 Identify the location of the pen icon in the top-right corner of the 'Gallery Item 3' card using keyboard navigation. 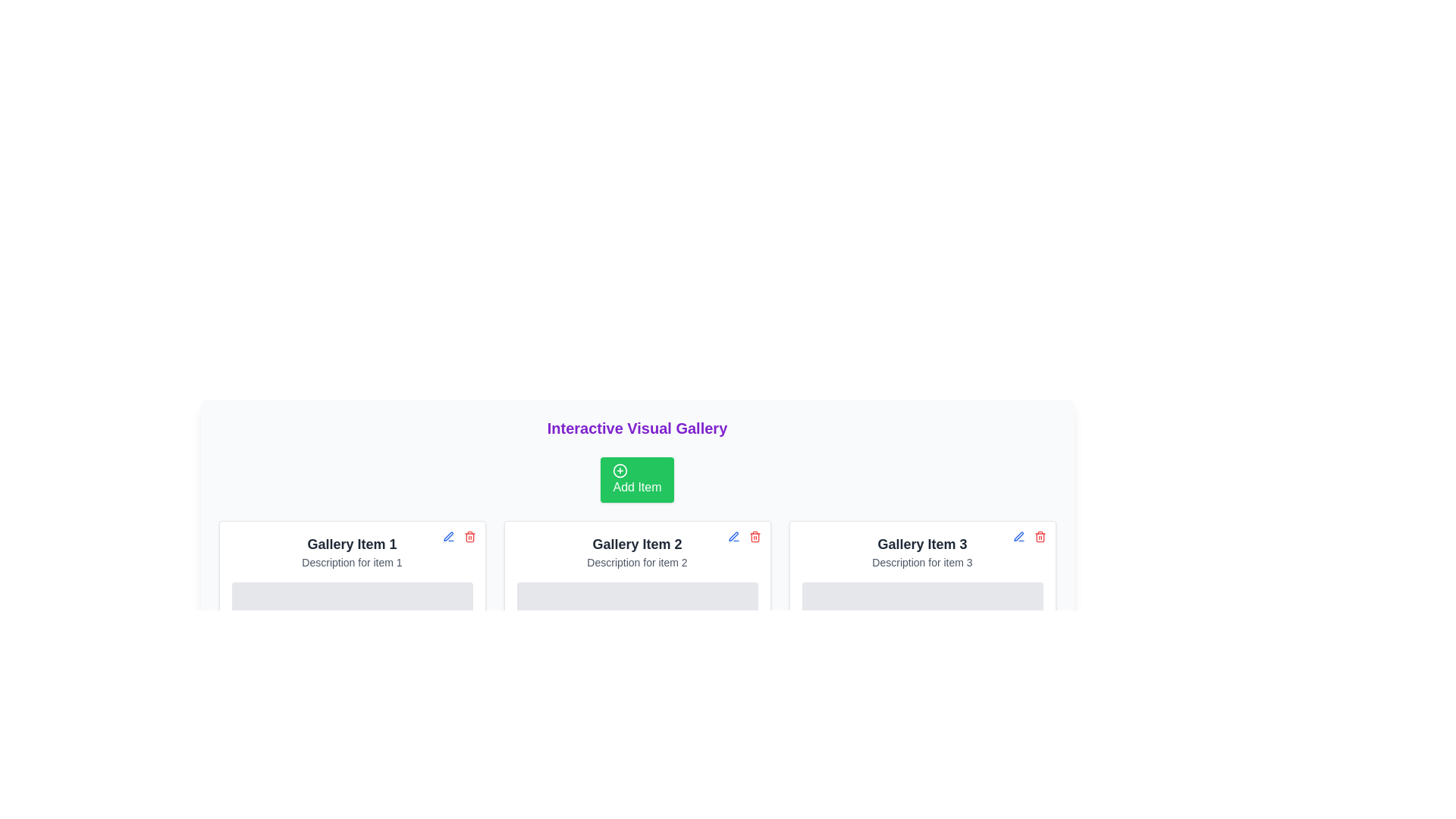
(1018, 536).